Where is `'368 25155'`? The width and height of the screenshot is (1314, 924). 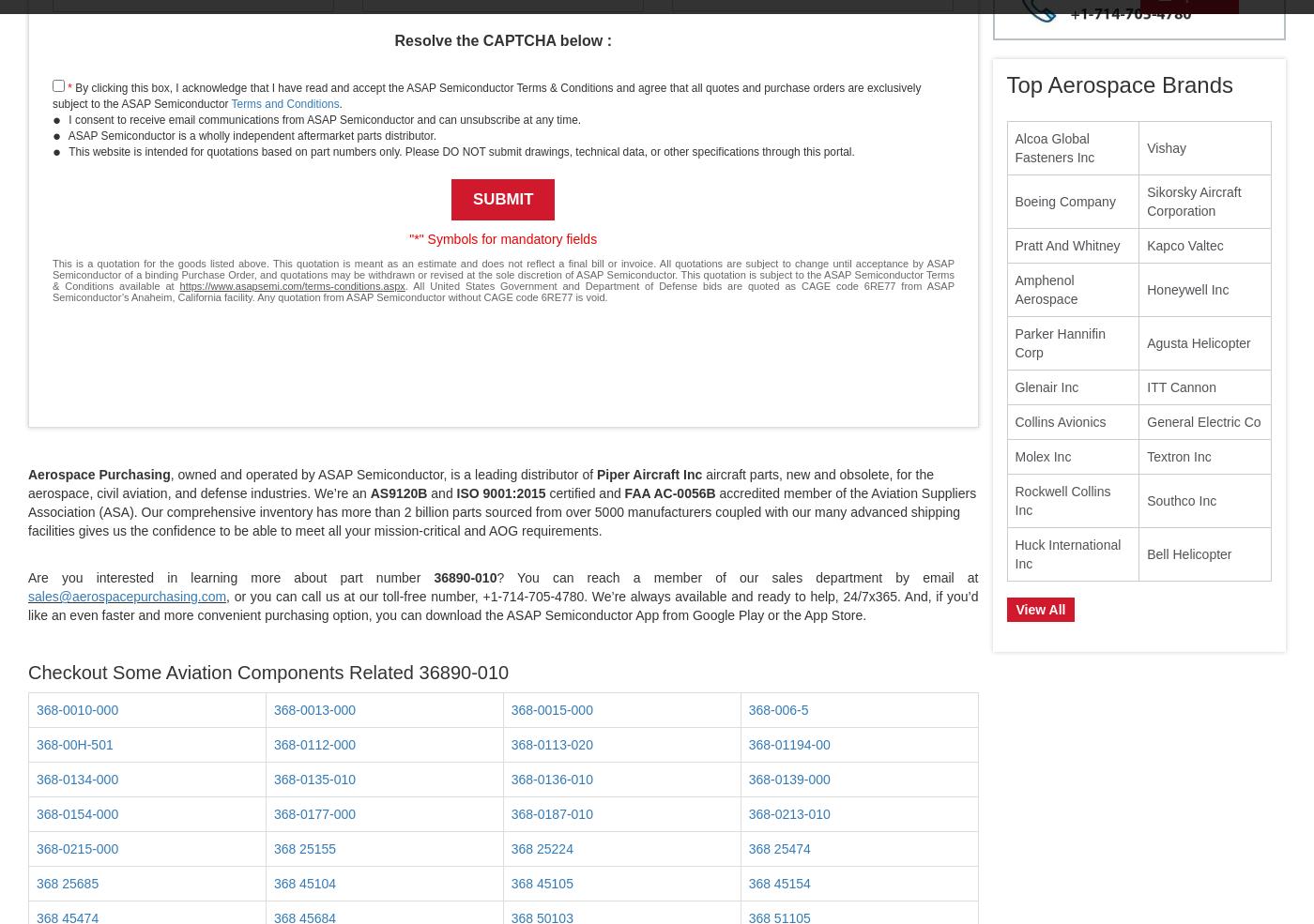
'368 25155' is located at coordinates (304, 849).